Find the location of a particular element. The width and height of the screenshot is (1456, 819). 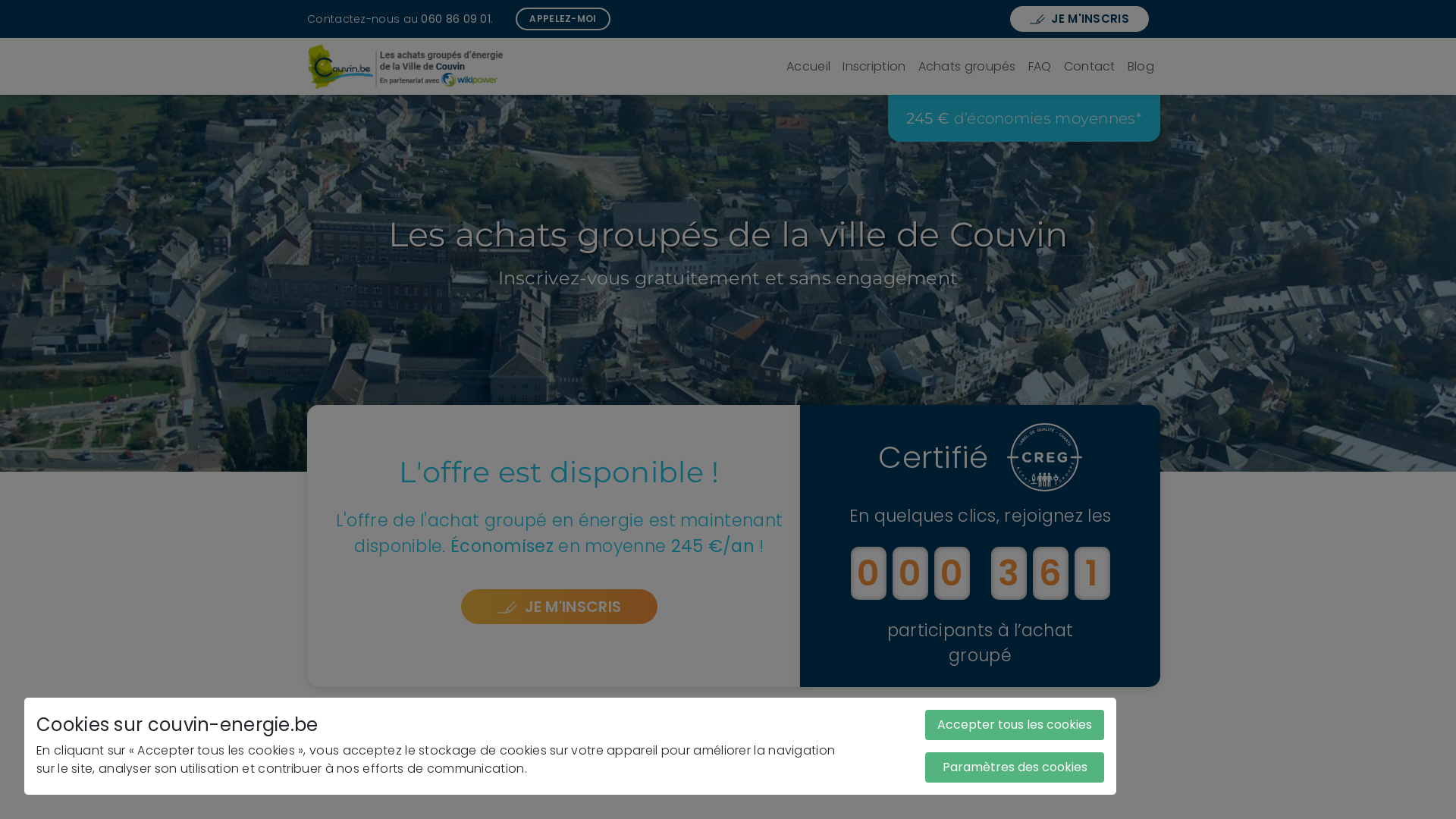

'060 86 09 01' is located at coordinates (454, 17).